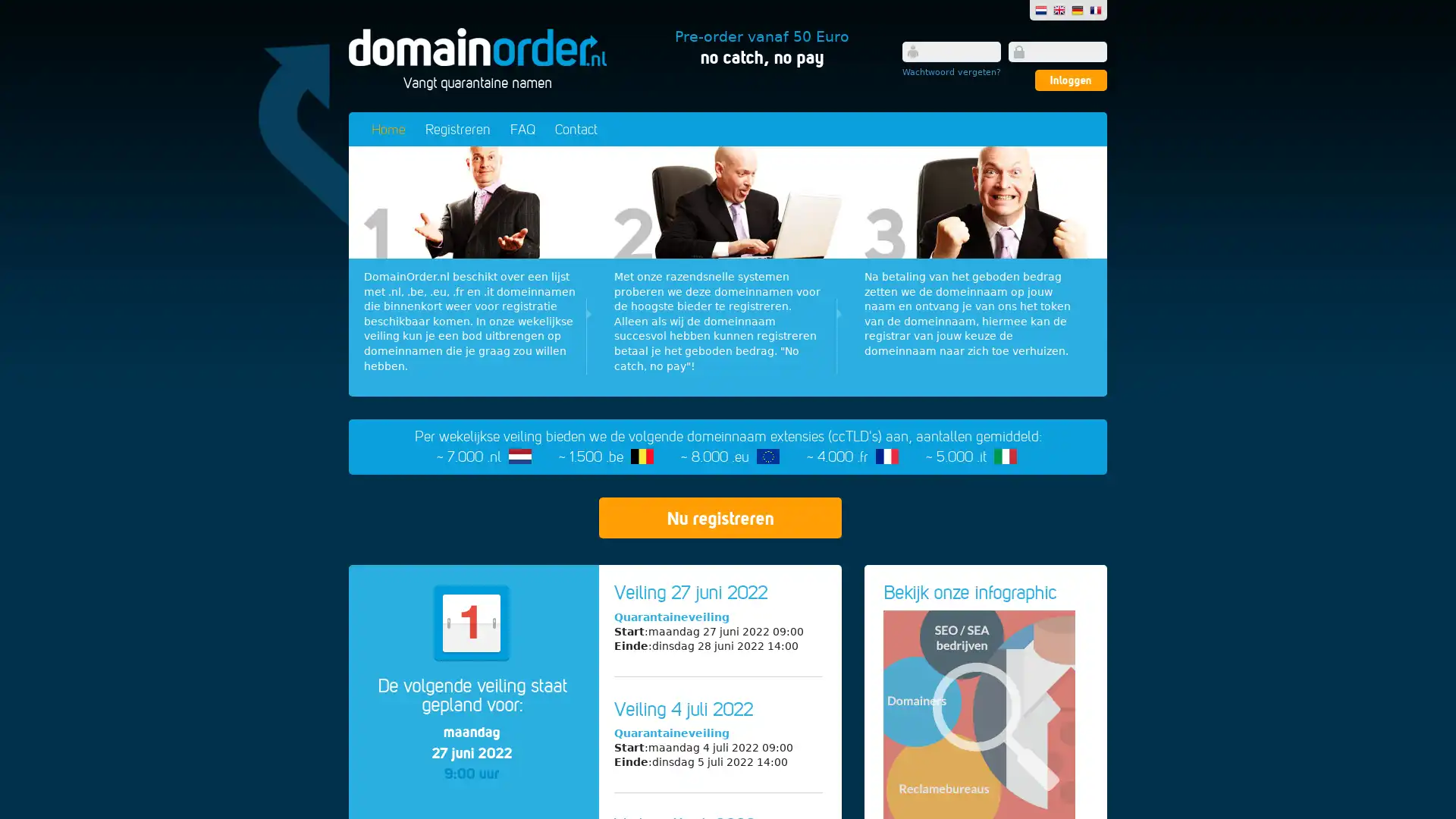 The height and width of the screenshot is (819, 1456). What do you see at coordinates (1070, 80) in the screenshot?
I see `Inloggen` at bounding box center [1070, 80].